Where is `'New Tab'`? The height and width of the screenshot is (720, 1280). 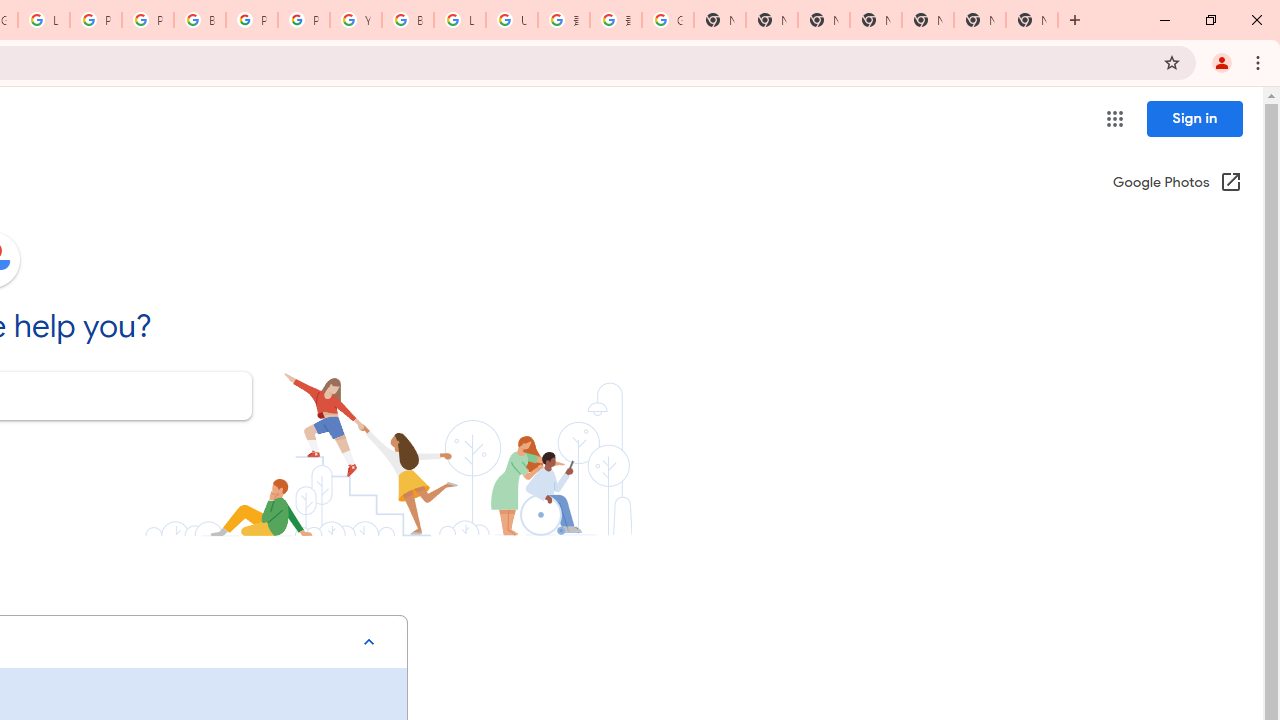
'New Tab' is located at coordinates (1032, 20).